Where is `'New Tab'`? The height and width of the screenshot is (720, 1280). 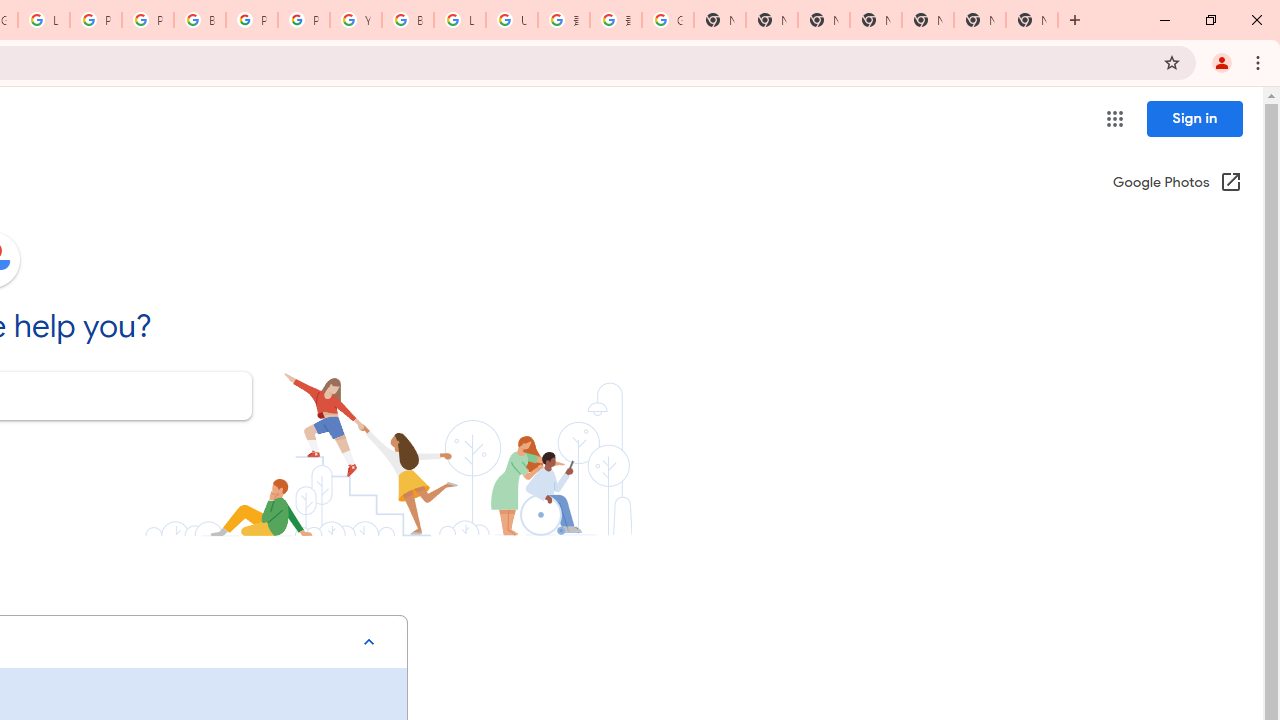
'New Tab' is located at coordinates (1032, 20).